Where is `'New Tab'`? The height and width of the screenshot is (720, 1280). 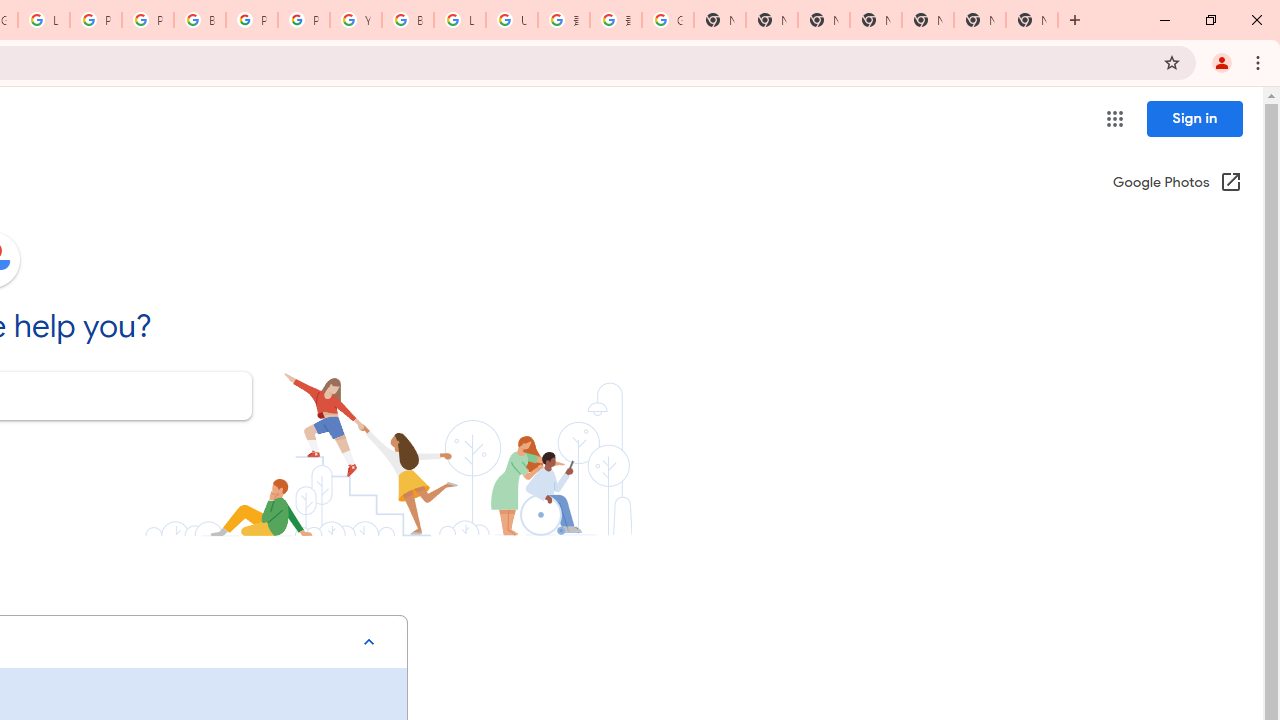
'New Tab' is located at coordinates (1032, 20).